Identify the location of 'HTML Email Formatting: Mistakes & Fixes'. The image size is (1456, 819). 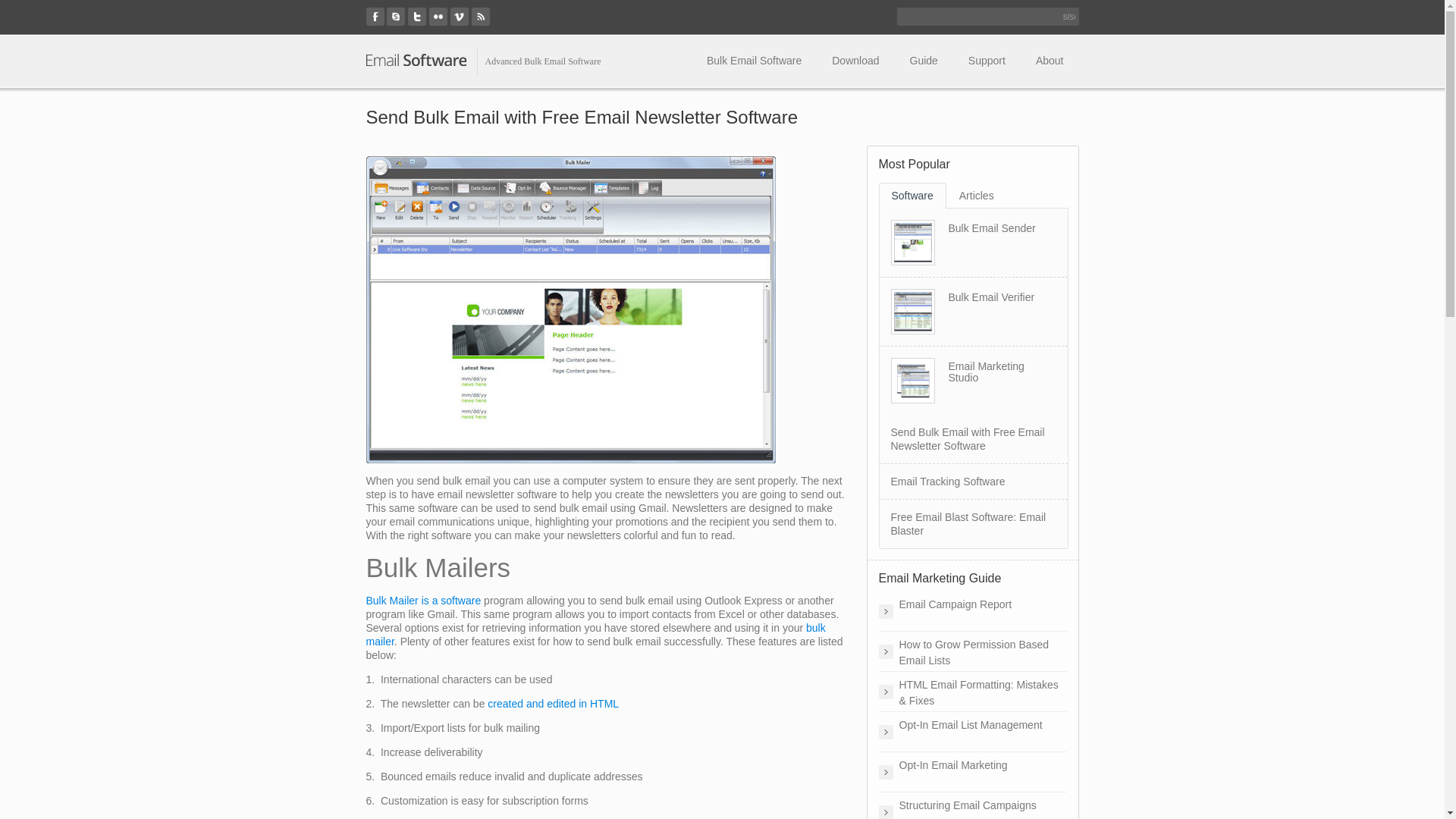
(971, 691).